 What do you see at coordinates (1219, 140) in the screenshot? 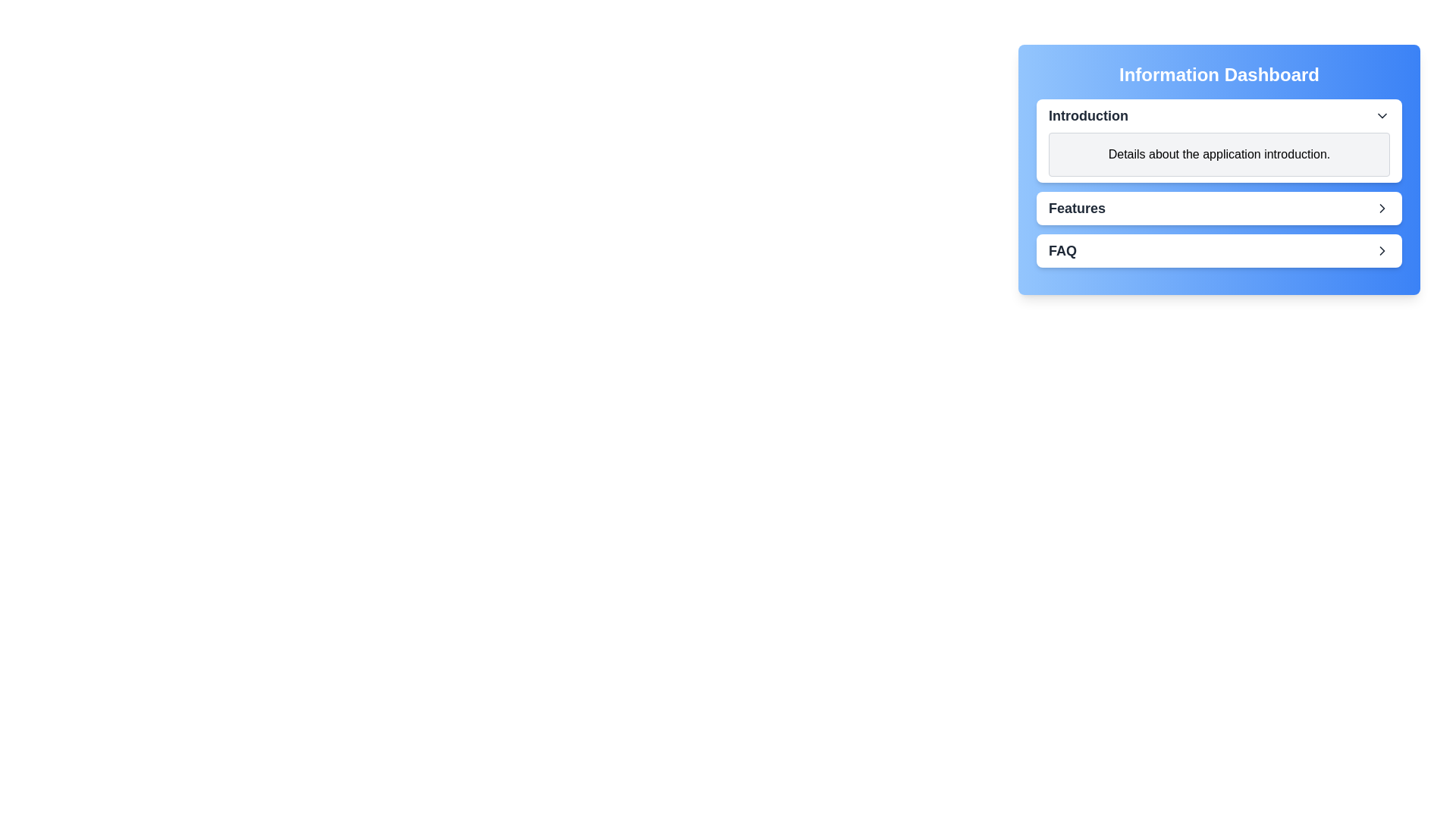
I see `the chevron icon of the first collapsible section located below the 'Information Dashboard' title` at bounding box center [1219, 140].